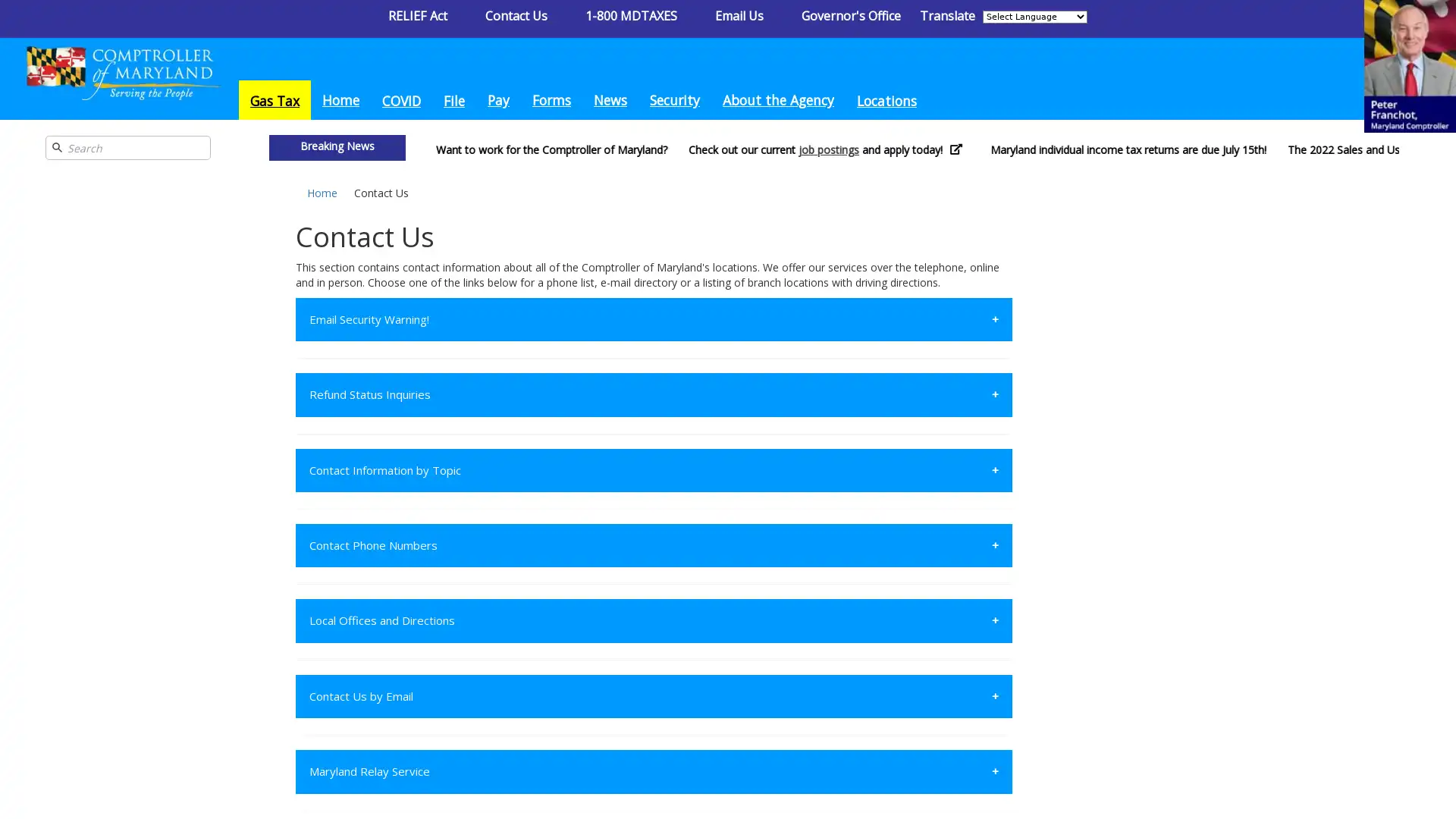 This screenshot has width=1456, height=819. Describe the element at coordinates (654, 663) in the screenshot. I see `Regulatory +` at that location.